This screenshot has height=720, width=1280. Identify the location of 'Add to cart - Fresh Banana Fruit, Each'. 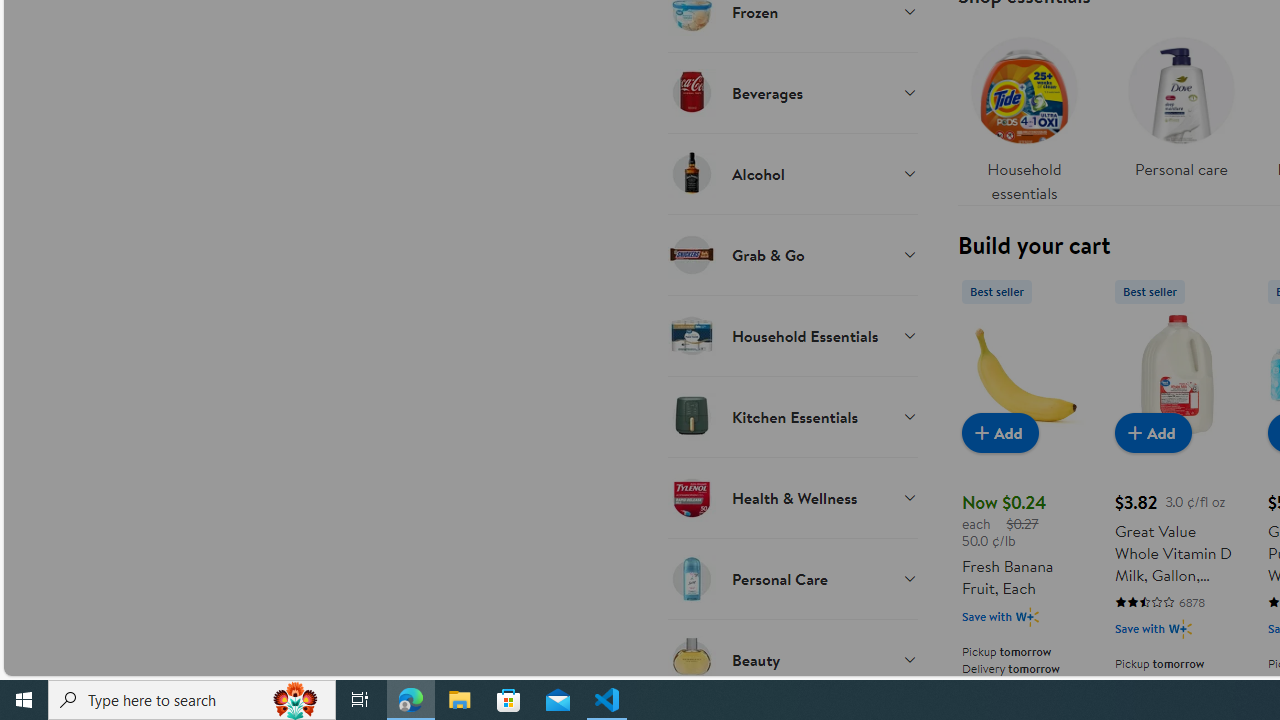
(1000, 431).